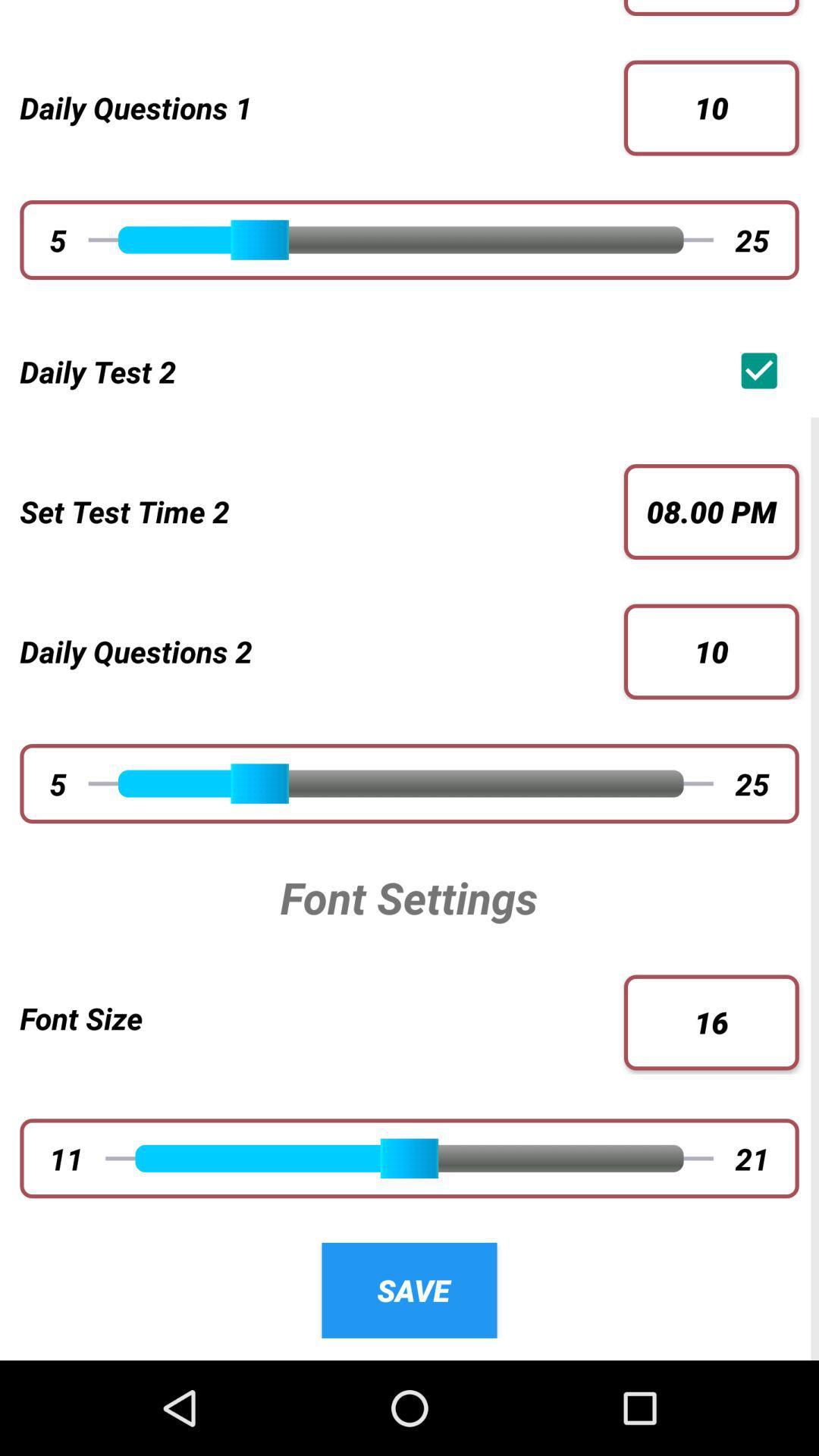  I want to click on font size, so click(321, 1018).